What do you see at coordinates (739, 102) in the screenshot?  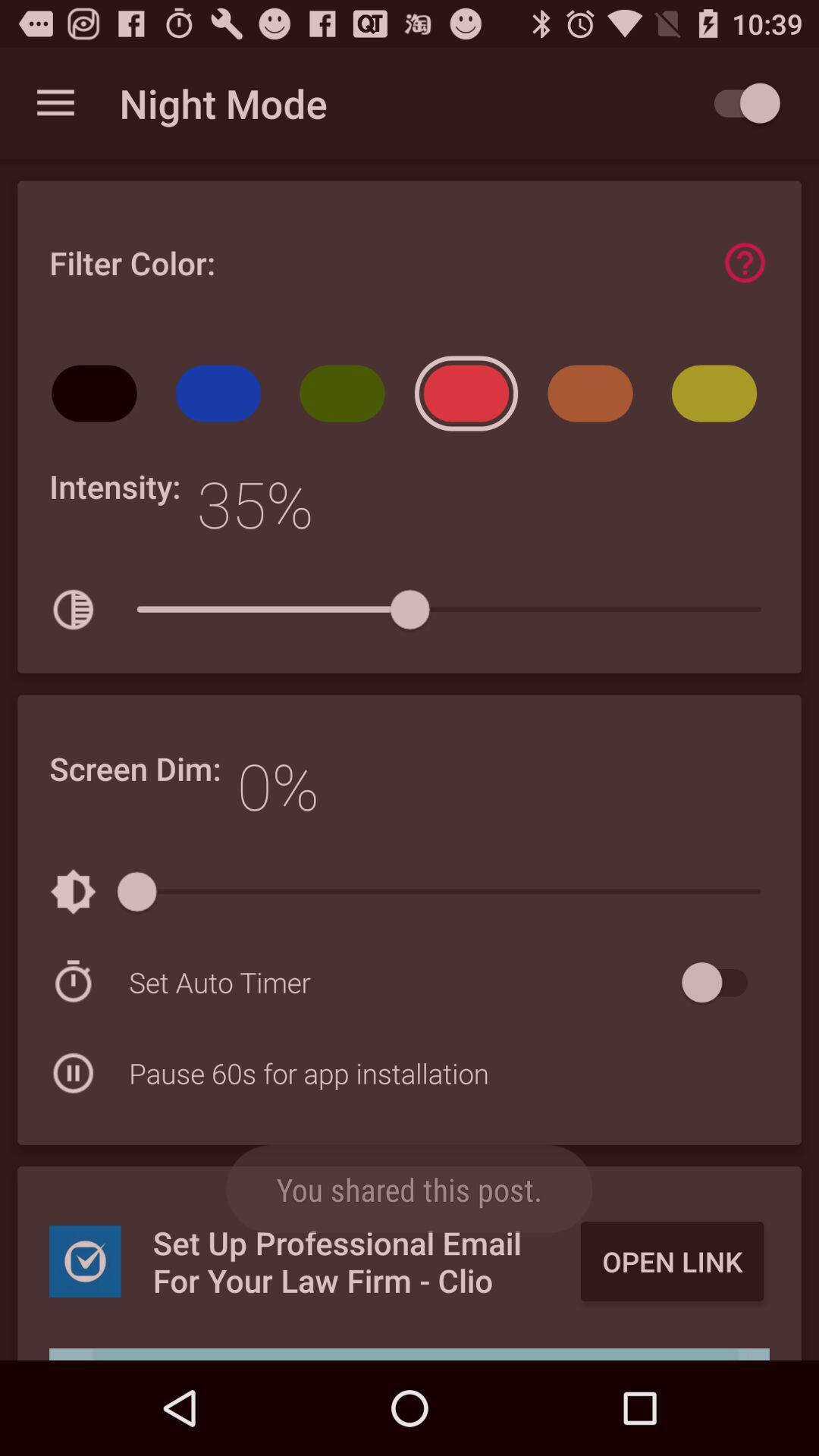 I see `autoplay page` at bounding box center [739, 102].